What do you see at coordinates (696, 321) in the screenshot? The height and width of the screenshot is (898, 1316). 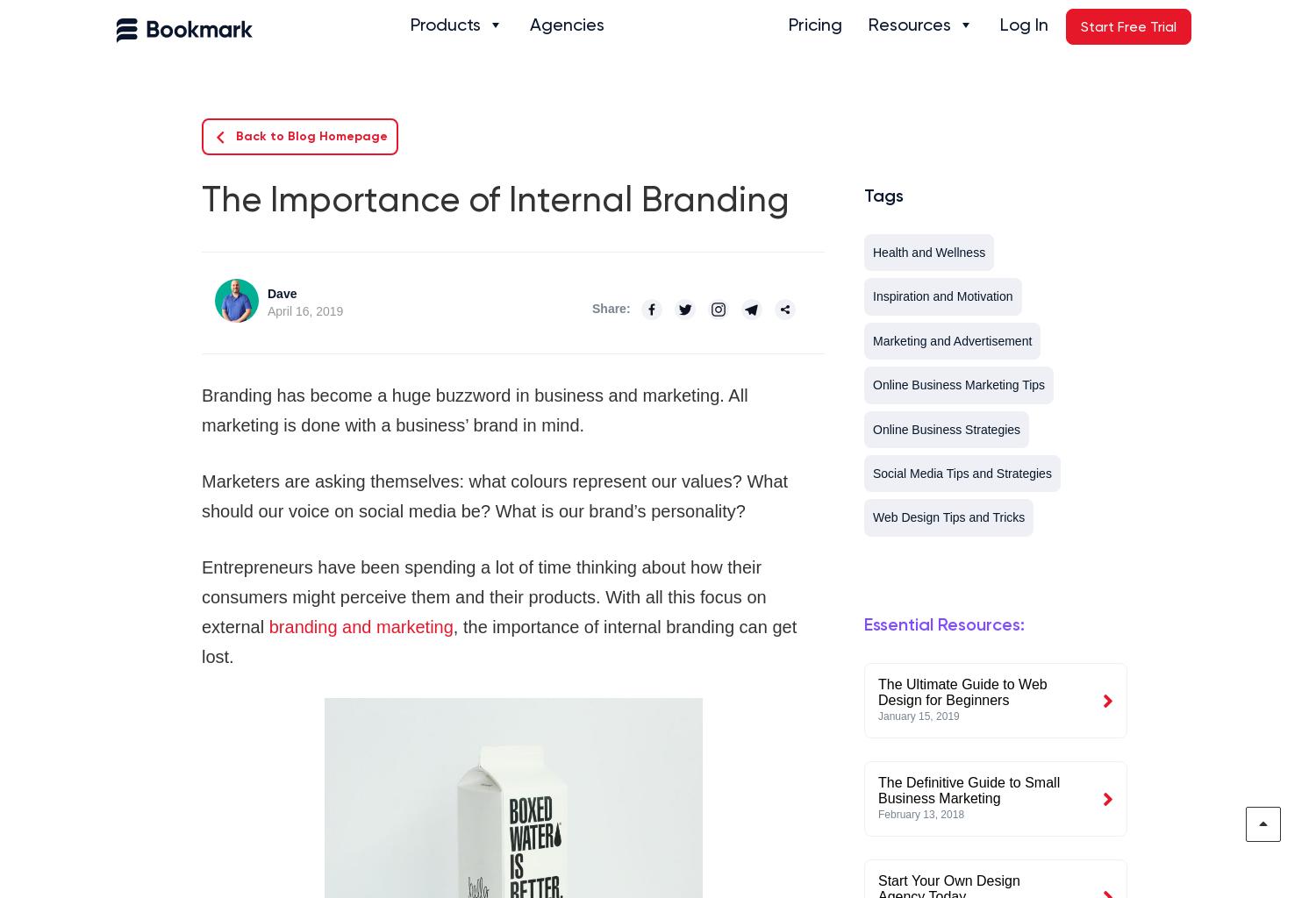 I see `'Build trust by connecting your custom email to your website.'` at bounding box center [696, 321].